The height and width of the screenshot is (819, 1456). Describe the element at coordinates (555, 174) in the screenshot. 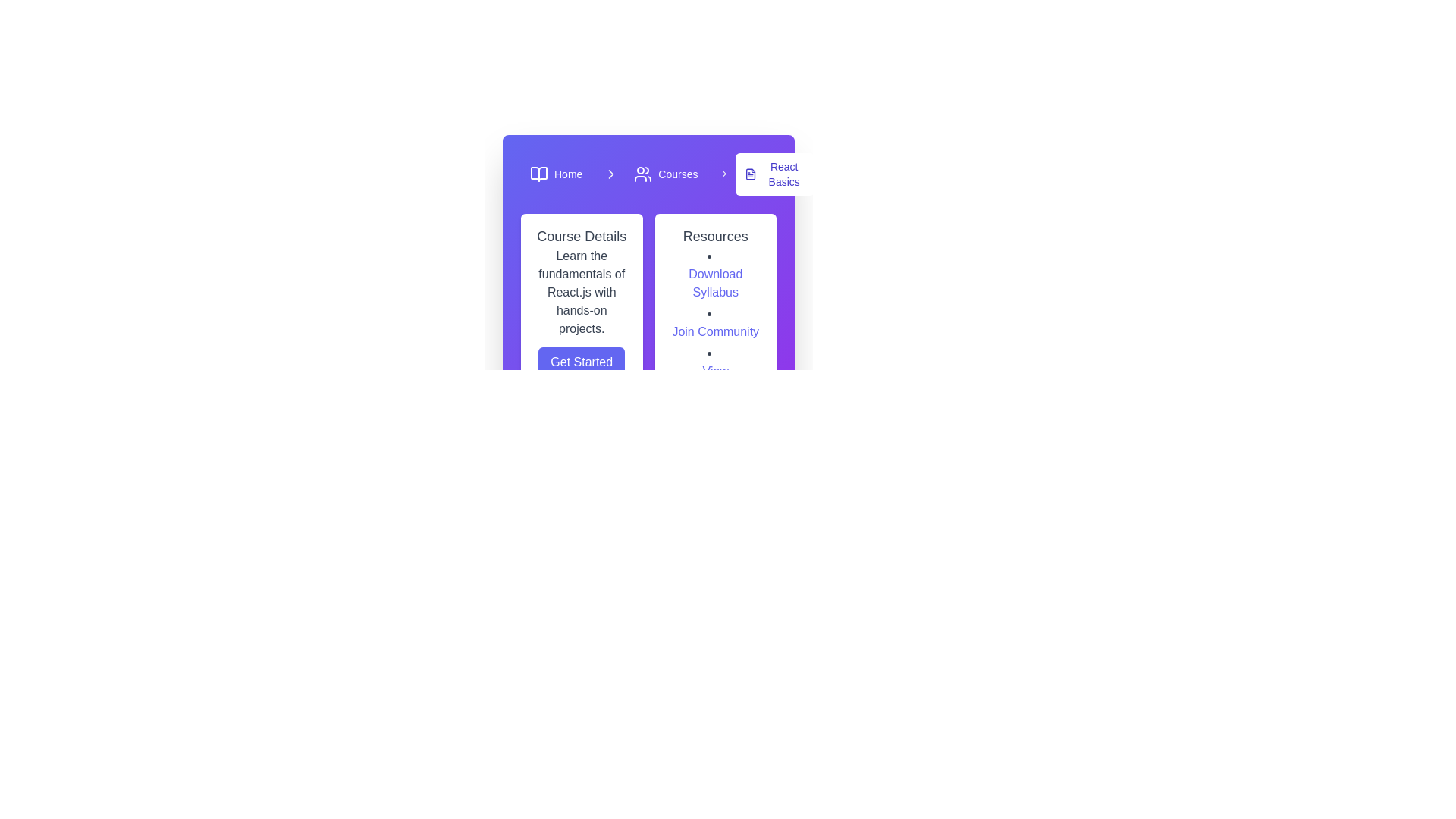

I see `the 'Home' navigation button, which is styled with a purple background and white text, to trigger the hover effect` at that location.